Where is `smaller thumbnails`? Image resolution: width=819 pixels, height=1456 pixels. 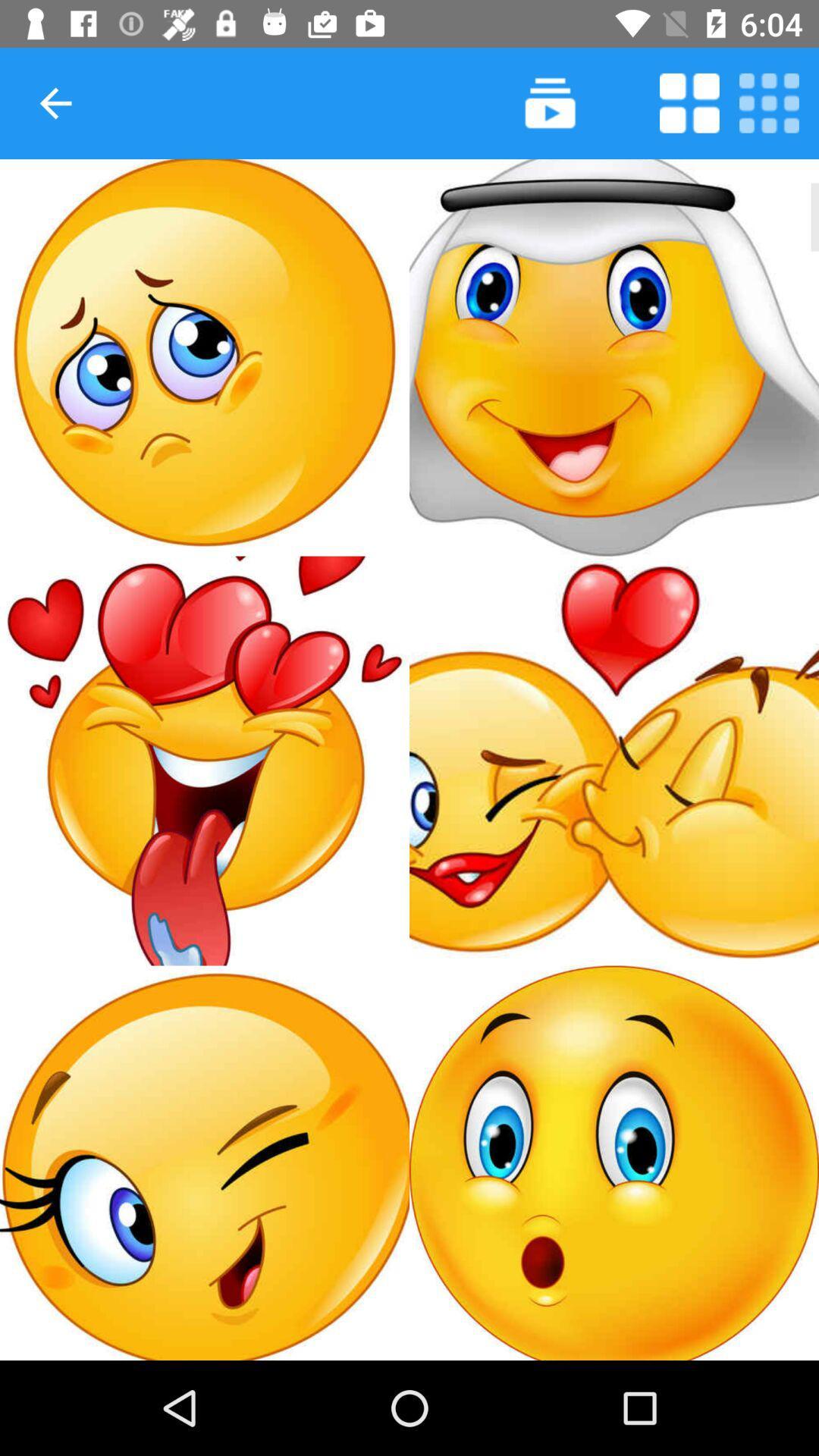 smaller thumbnails is located at coordinates (769, 102).